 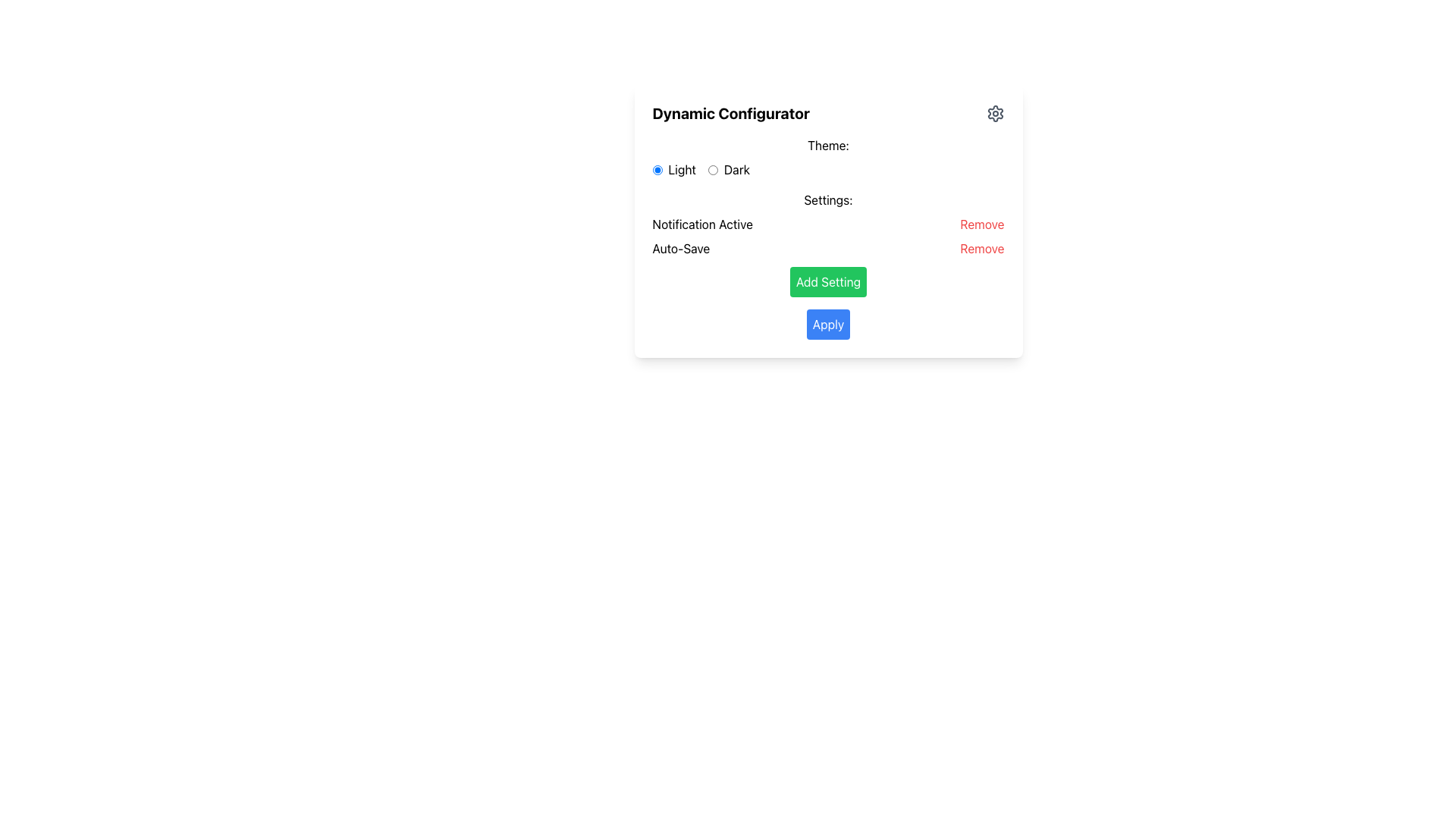 What do you see at coordinates (657, 169) in the screenshot?
I see `the 'Light' theme radio button located in the 'Theme' section of the interface` at bounding box center [657, 169].